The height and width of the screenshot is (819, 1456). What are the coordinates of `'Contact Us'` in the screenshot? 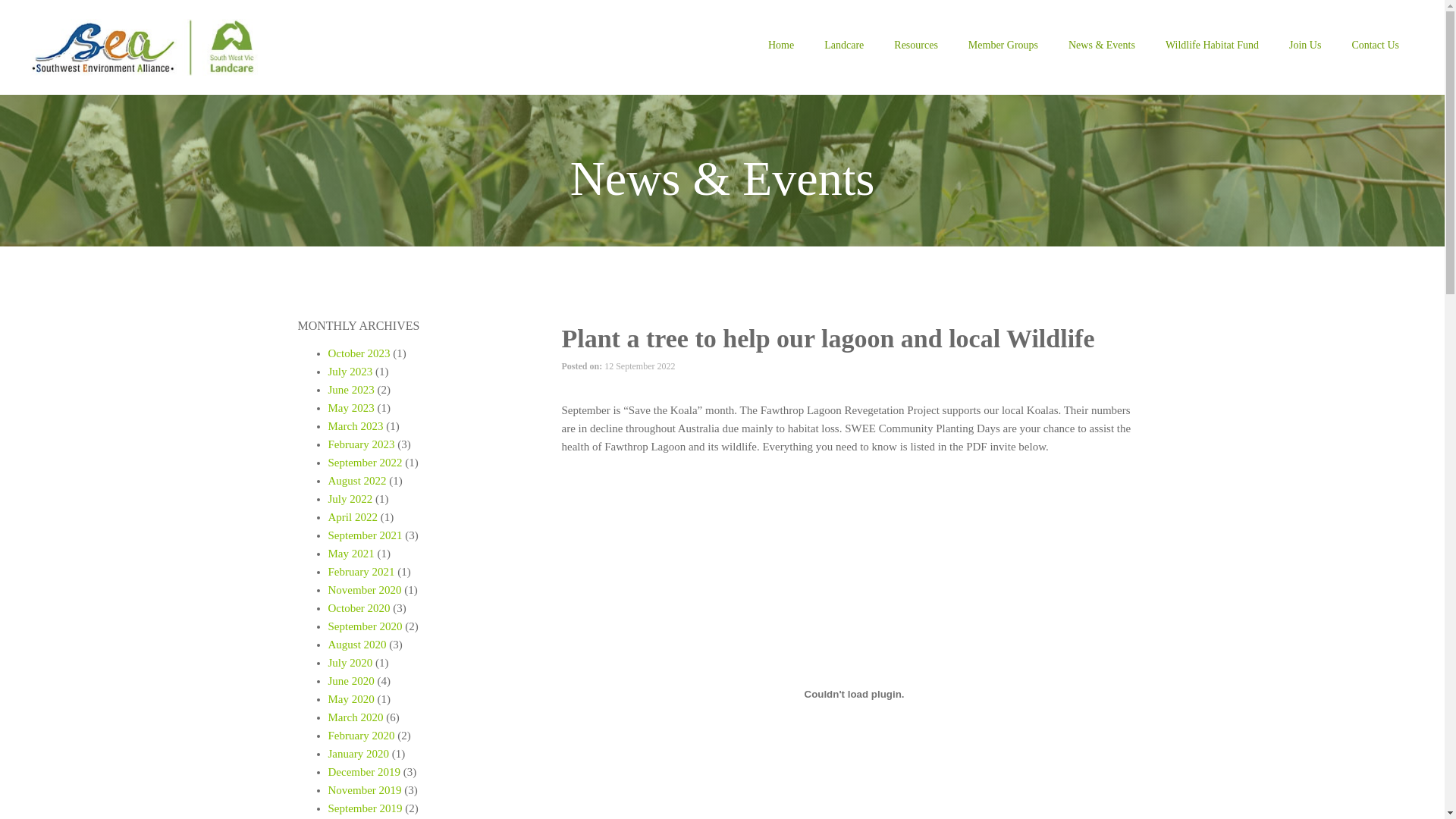 It's located at (1375, 46).